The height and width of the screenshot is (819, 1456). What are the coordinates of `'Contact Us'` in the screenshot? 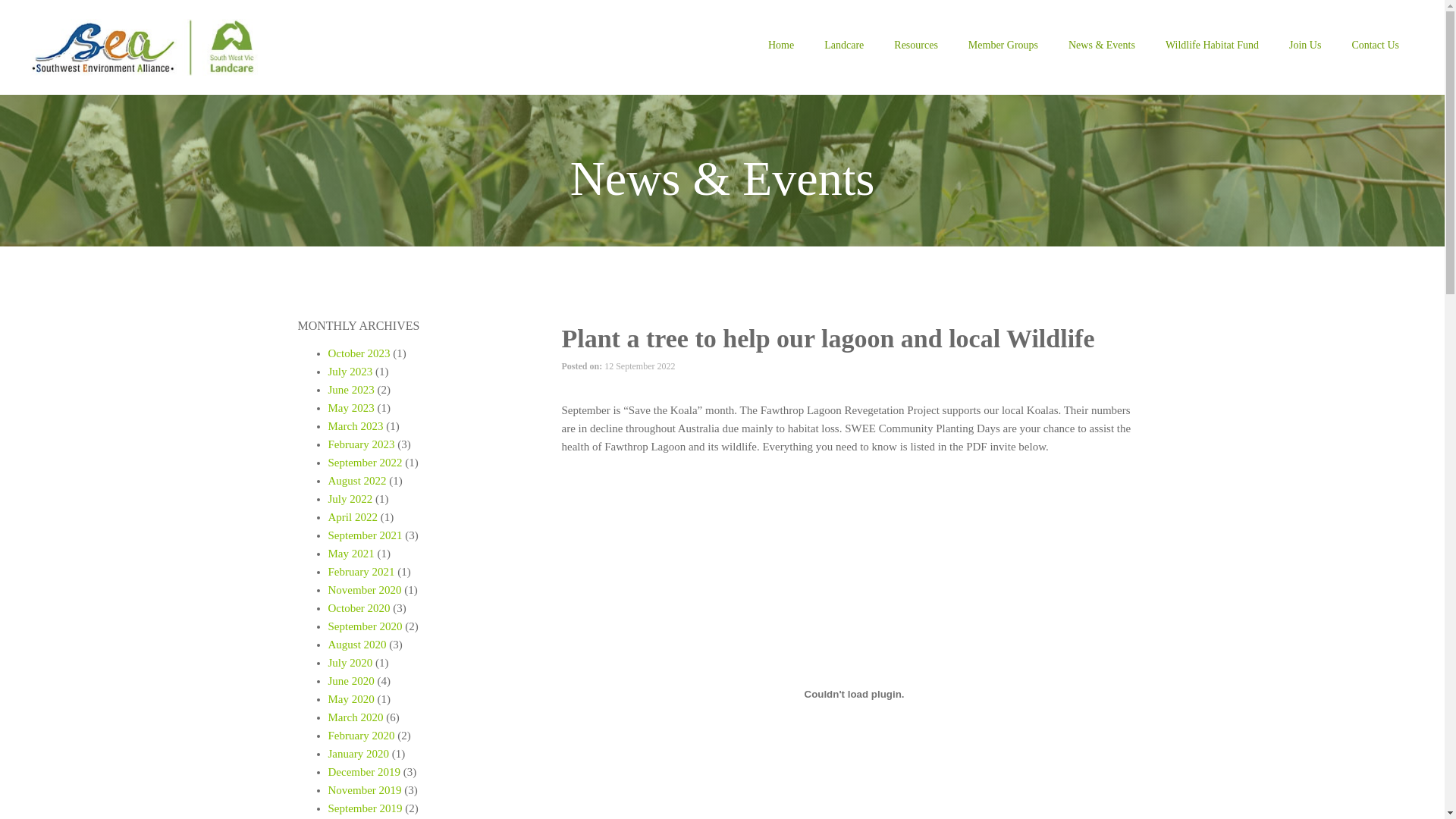 It's located at (1375, 46).